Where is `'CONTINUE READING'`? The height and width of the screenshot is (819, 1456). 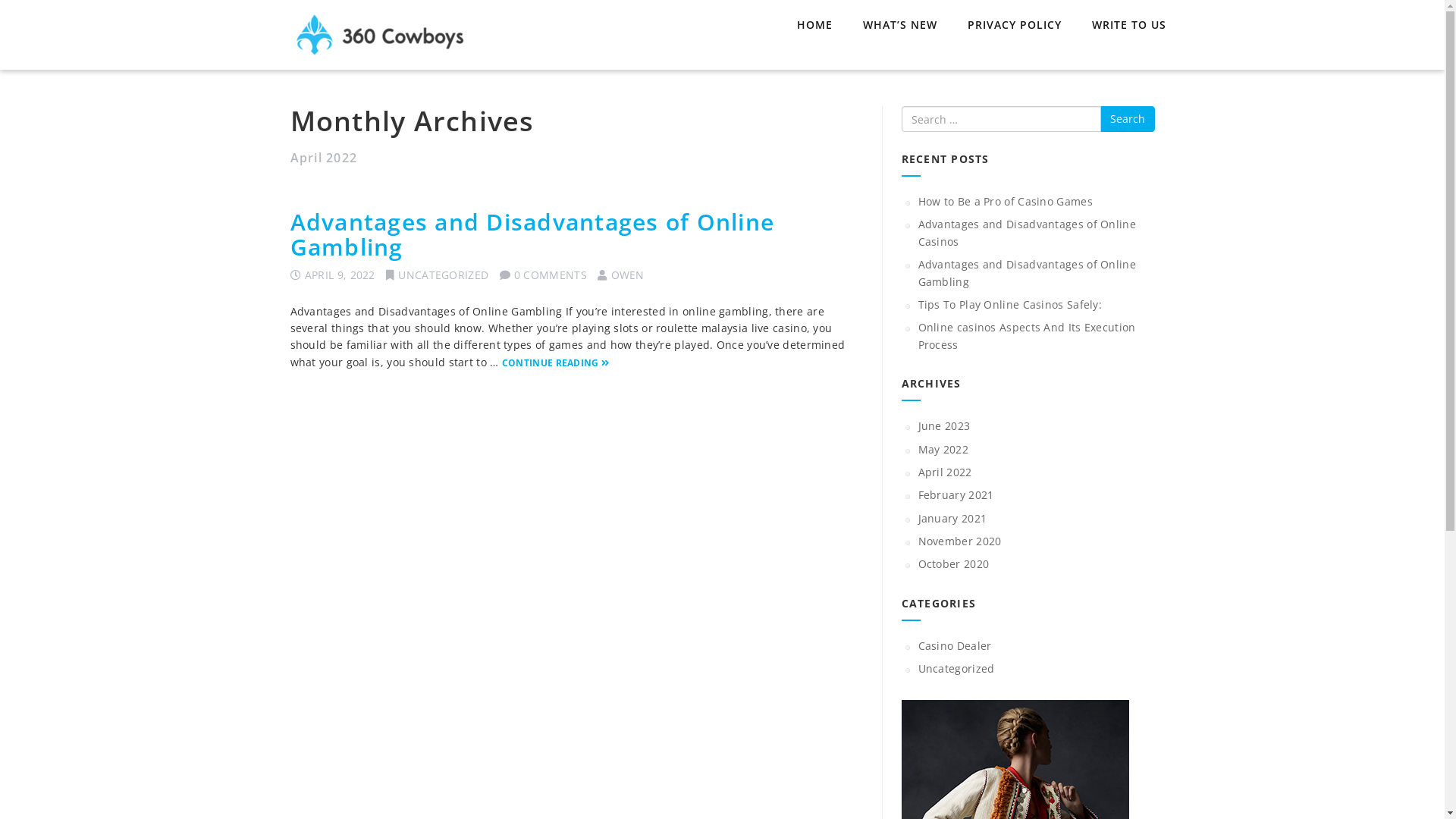
'CONTINUE READING' is located at coordinates (502, 362).